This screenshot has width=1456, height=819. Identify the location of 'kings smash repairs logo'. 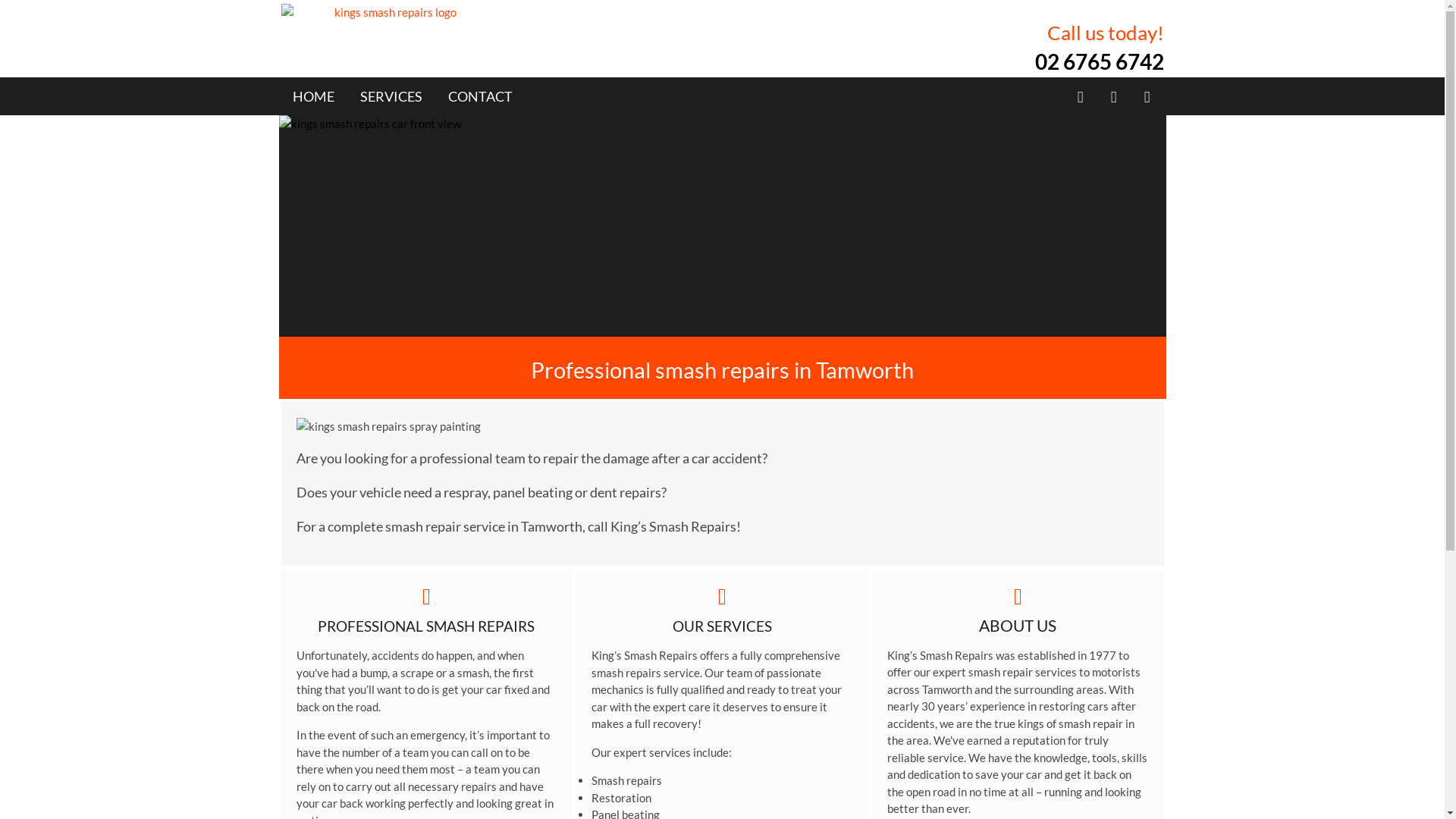
(389, 12).